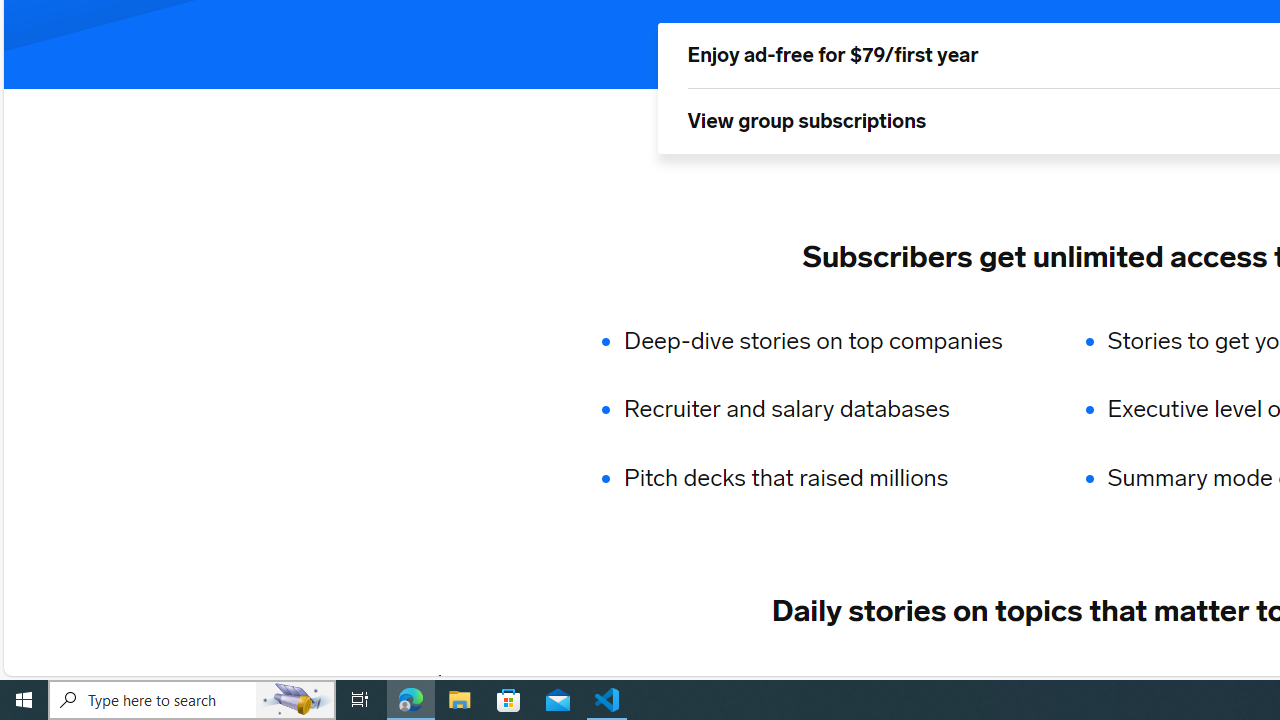 The image size is (1280, 720). I want to click on 'Deep-dive stories on top companies', so click(826, 339).